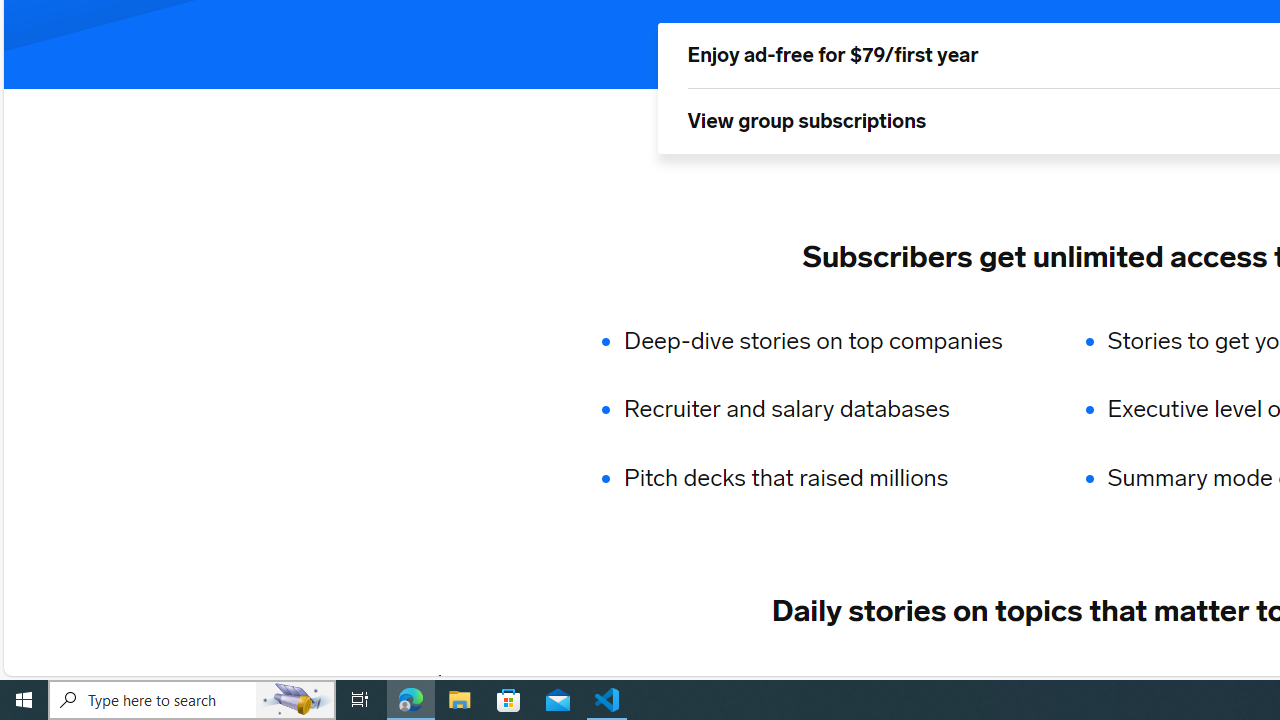 The image size is (1280, 720). I want to click on 'Deep-dive stories on top companies', so click(826, 339).